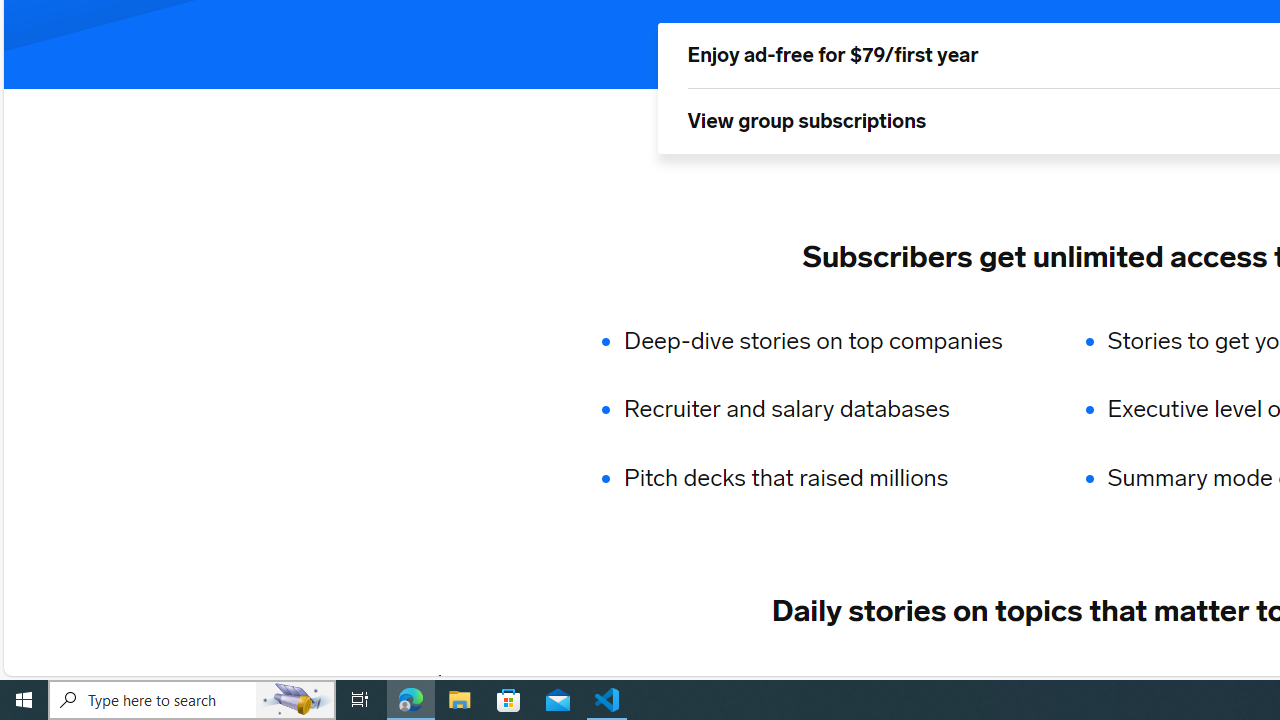 The image size is (1280, 720). I want to click on 'Deep-dive stories on top companies', so click(826, 339).